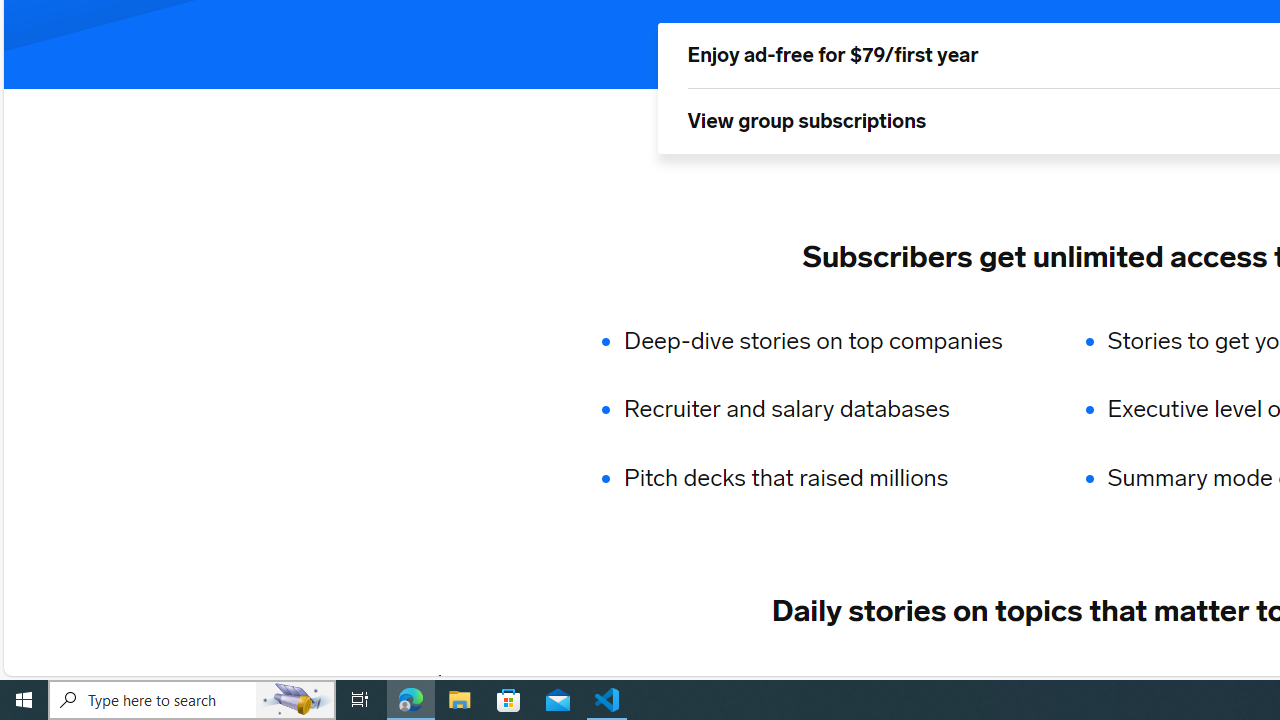 The image size is (1280, 720). I want to click on 'Deep-dive stories on top companies', so click(826, 339).